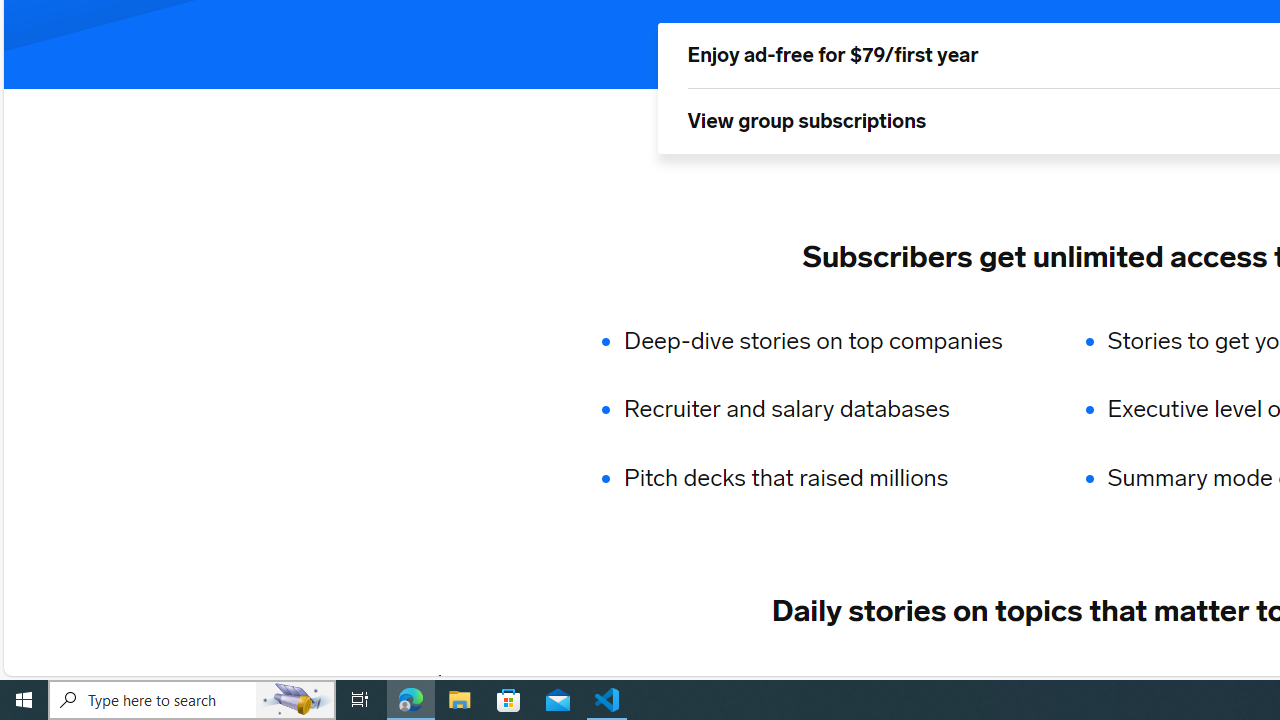 The image size is (1280, 720). I want to click on 'Deep-dive stories on top companies', so click(826, 339).